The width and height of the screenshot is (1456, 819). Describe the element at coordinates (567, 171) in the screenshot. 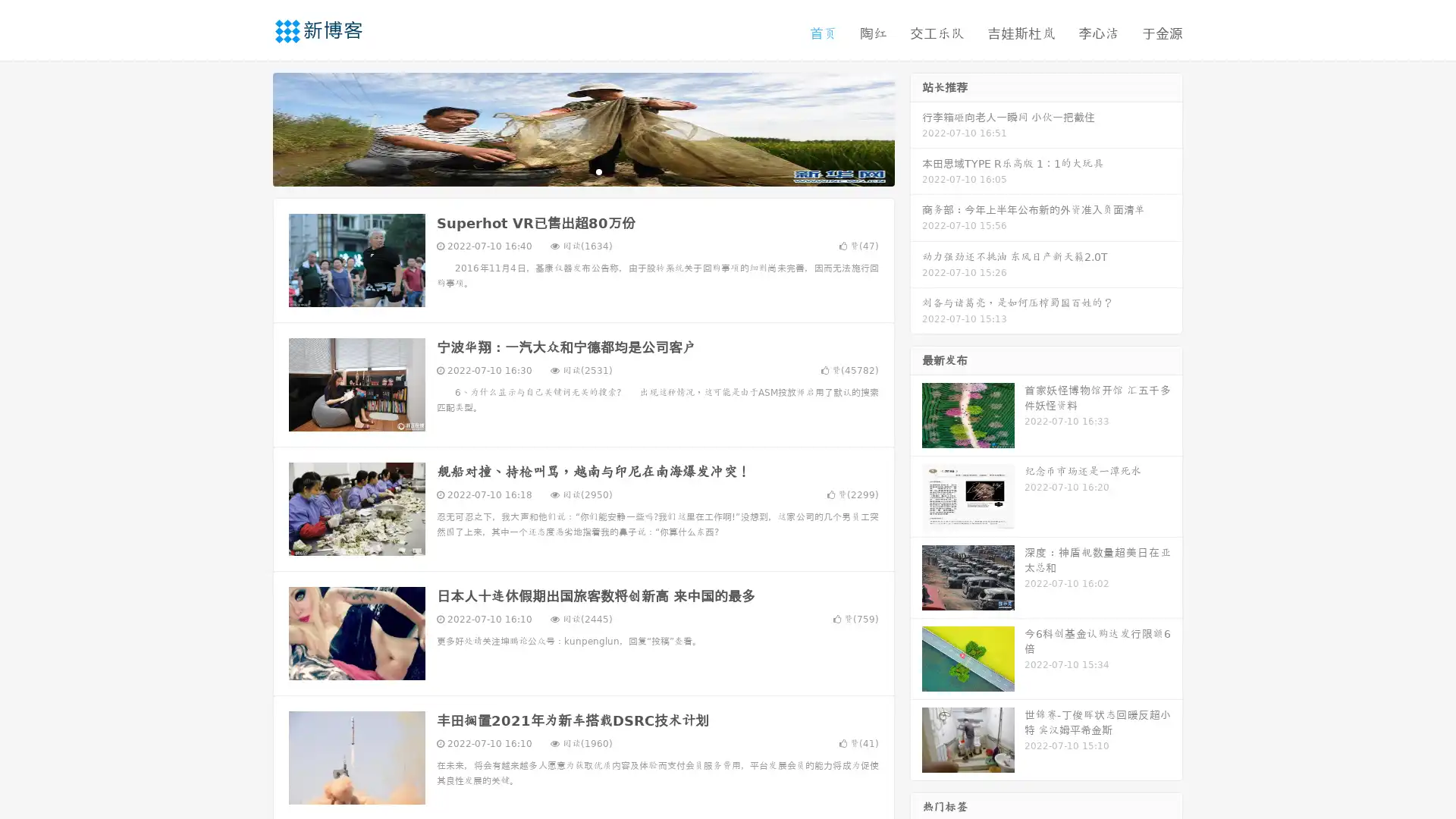

I see `Go to slide 1` at that location.